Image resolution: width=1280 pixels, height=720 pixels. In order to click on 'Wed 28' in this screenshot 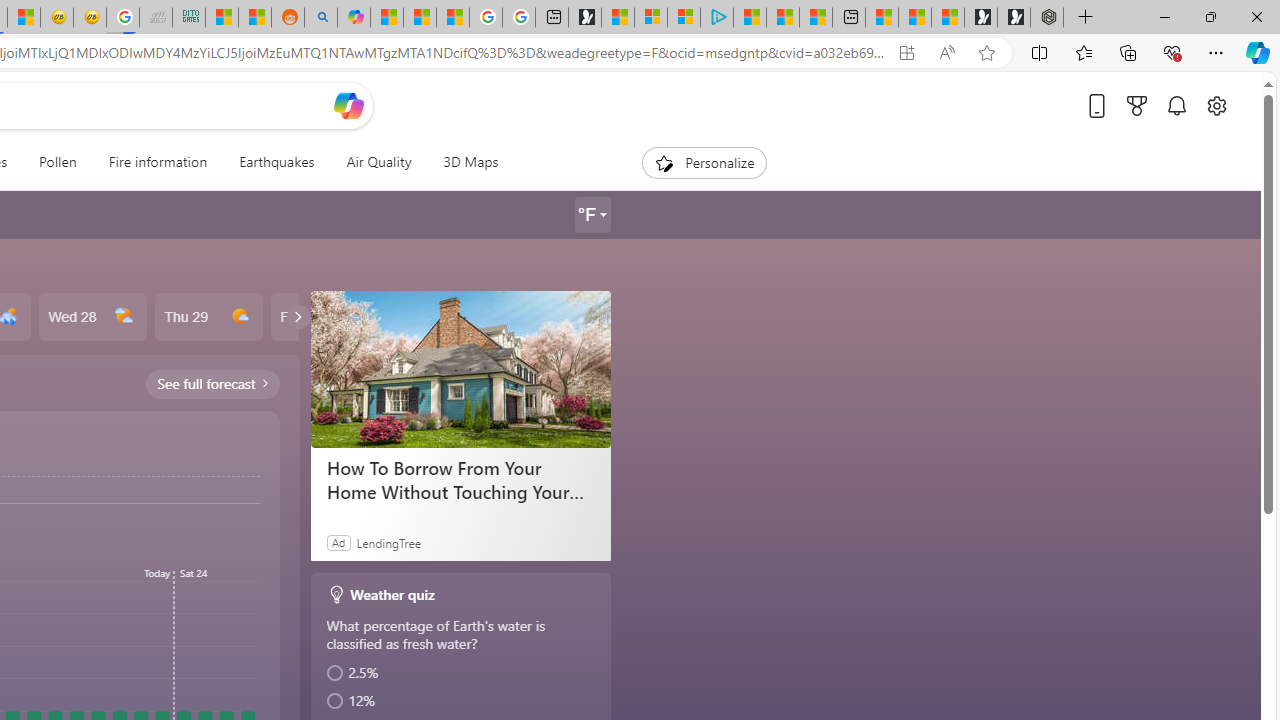, I will do `click(91, 316)`.